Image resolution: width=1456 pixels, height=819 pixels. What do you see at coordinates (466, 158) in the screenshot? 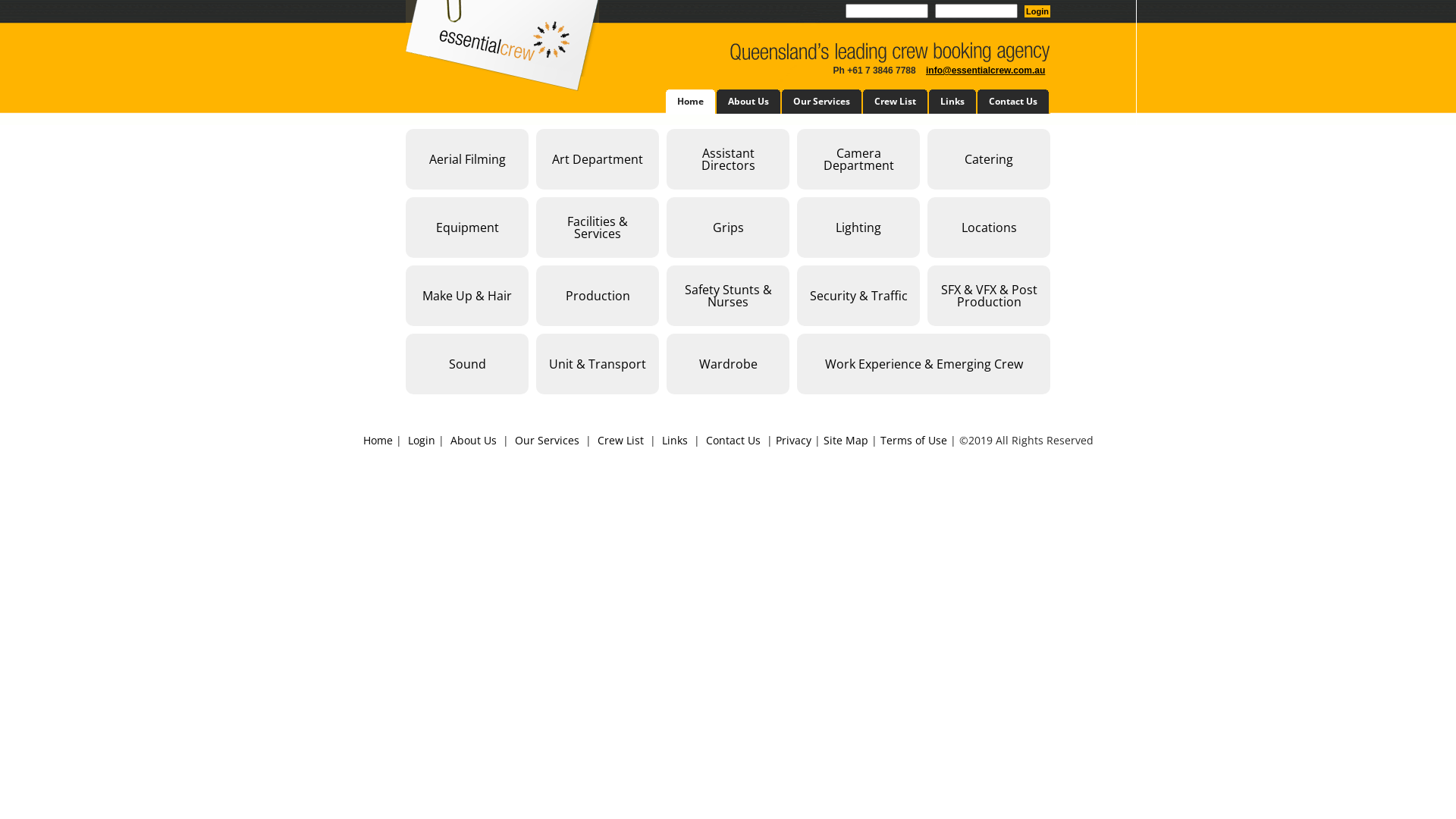
I see `'Aerial Filming'` at bounding box center [466, 158].